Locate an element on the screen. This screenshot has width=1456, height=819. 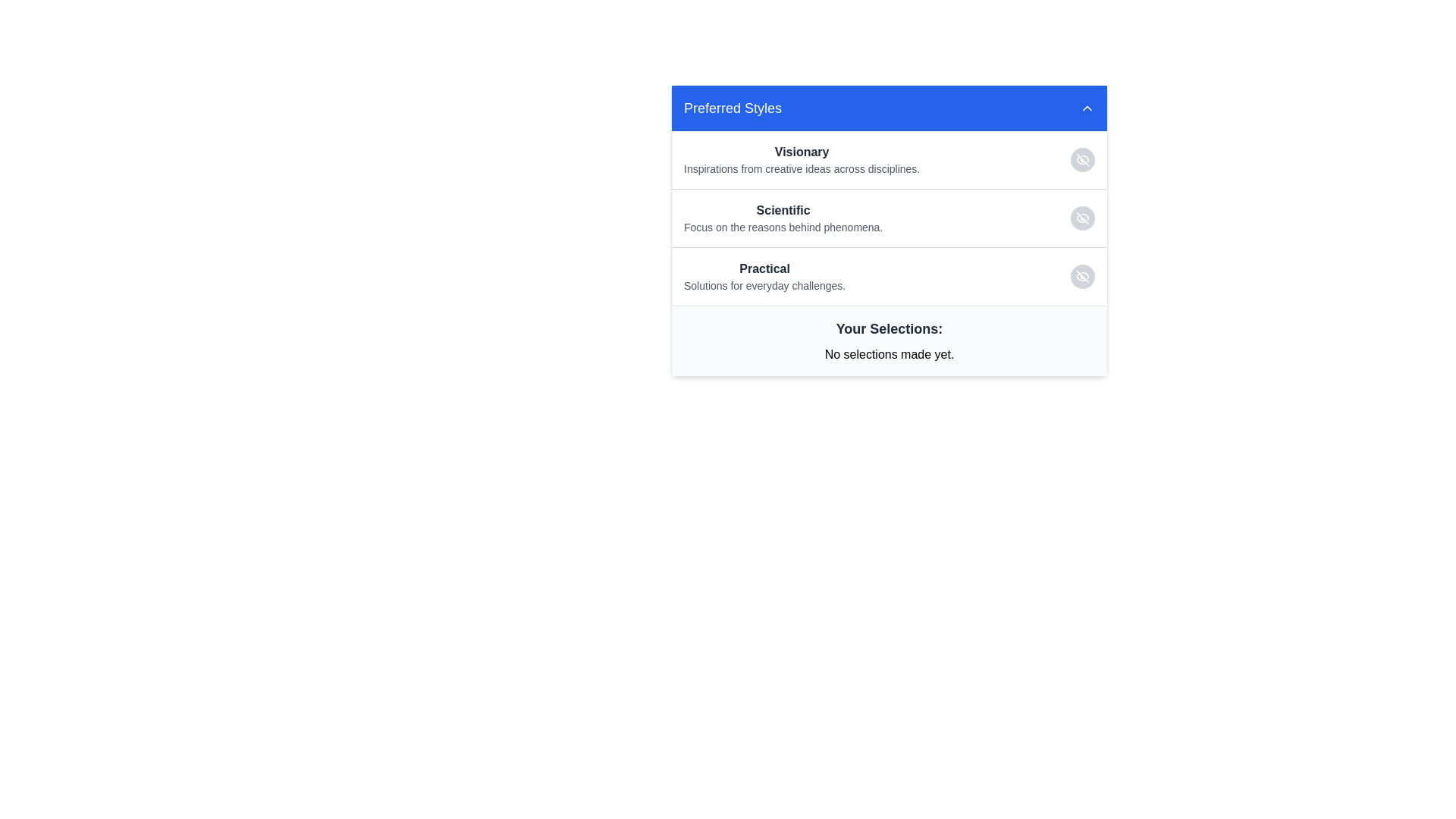
the static text displaying 'No selections made yet.' which is located beneath the heading 'Your Selections:' in a gray-themed section is located at coordinates (889, 354).